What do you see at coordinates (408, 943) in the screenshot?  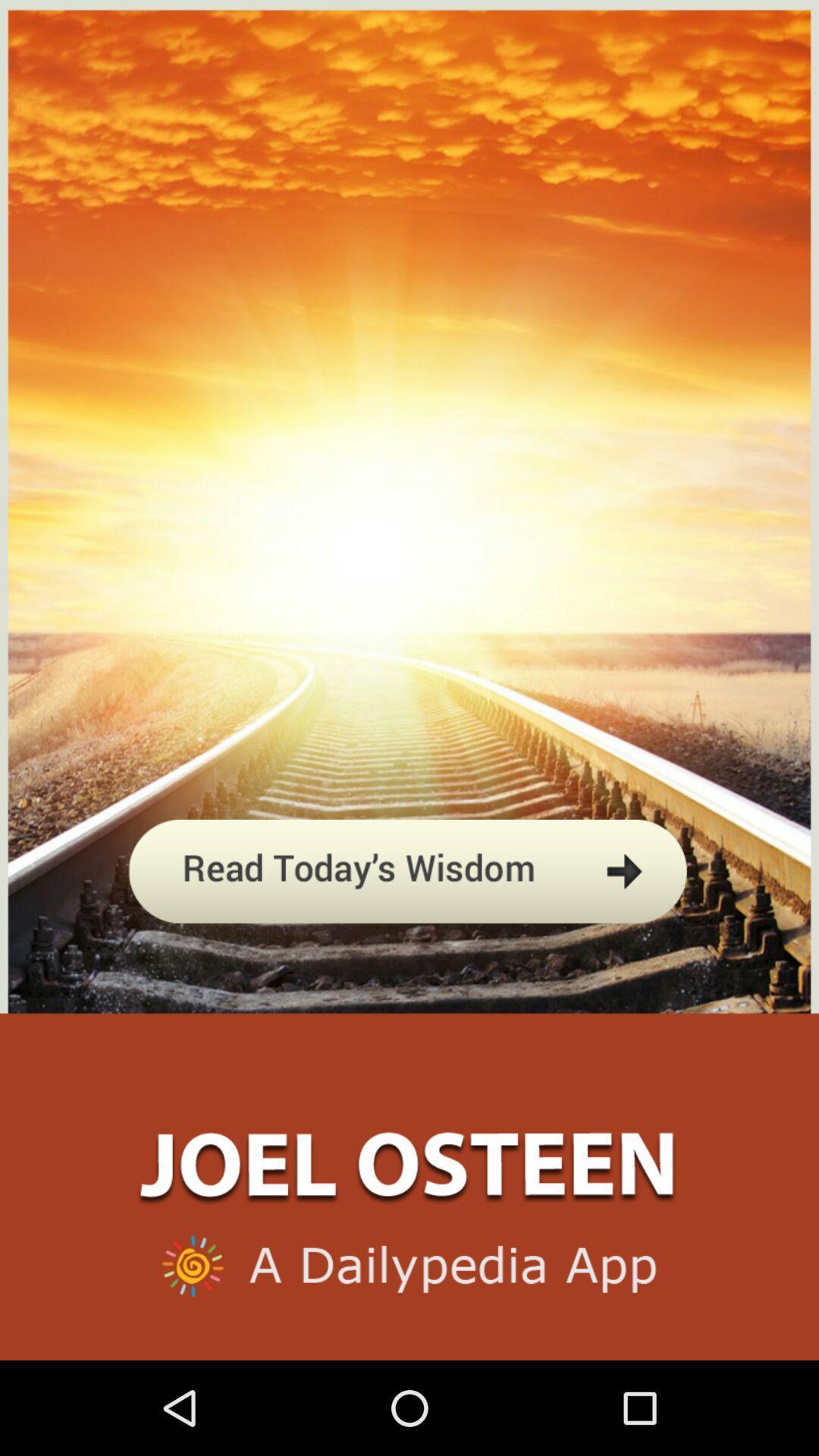 I see `read today 's wisdom button` at bounding box center [408, 943].